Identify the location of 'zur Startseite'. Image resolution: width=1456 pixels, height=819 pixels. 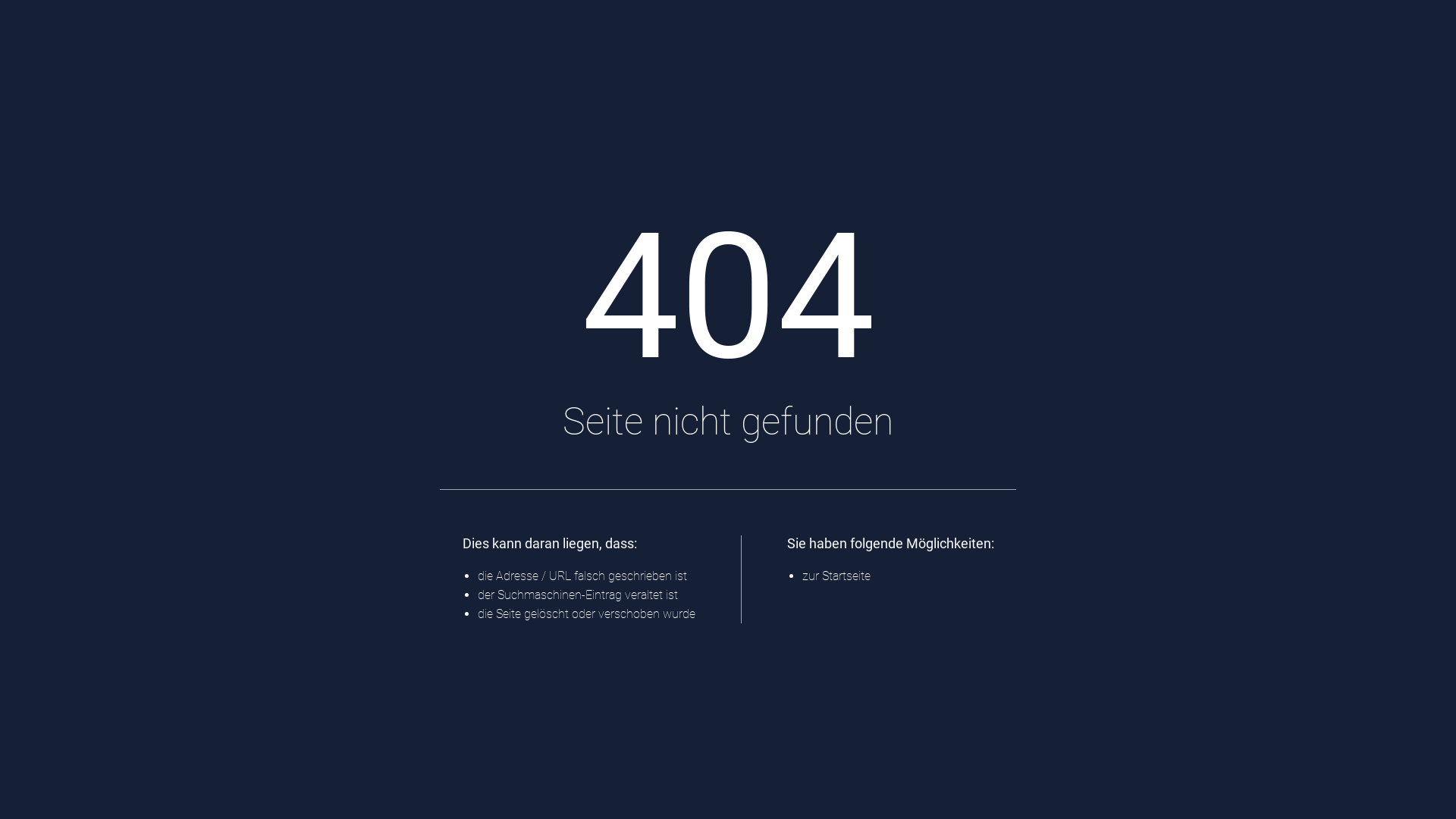
(801, 576).